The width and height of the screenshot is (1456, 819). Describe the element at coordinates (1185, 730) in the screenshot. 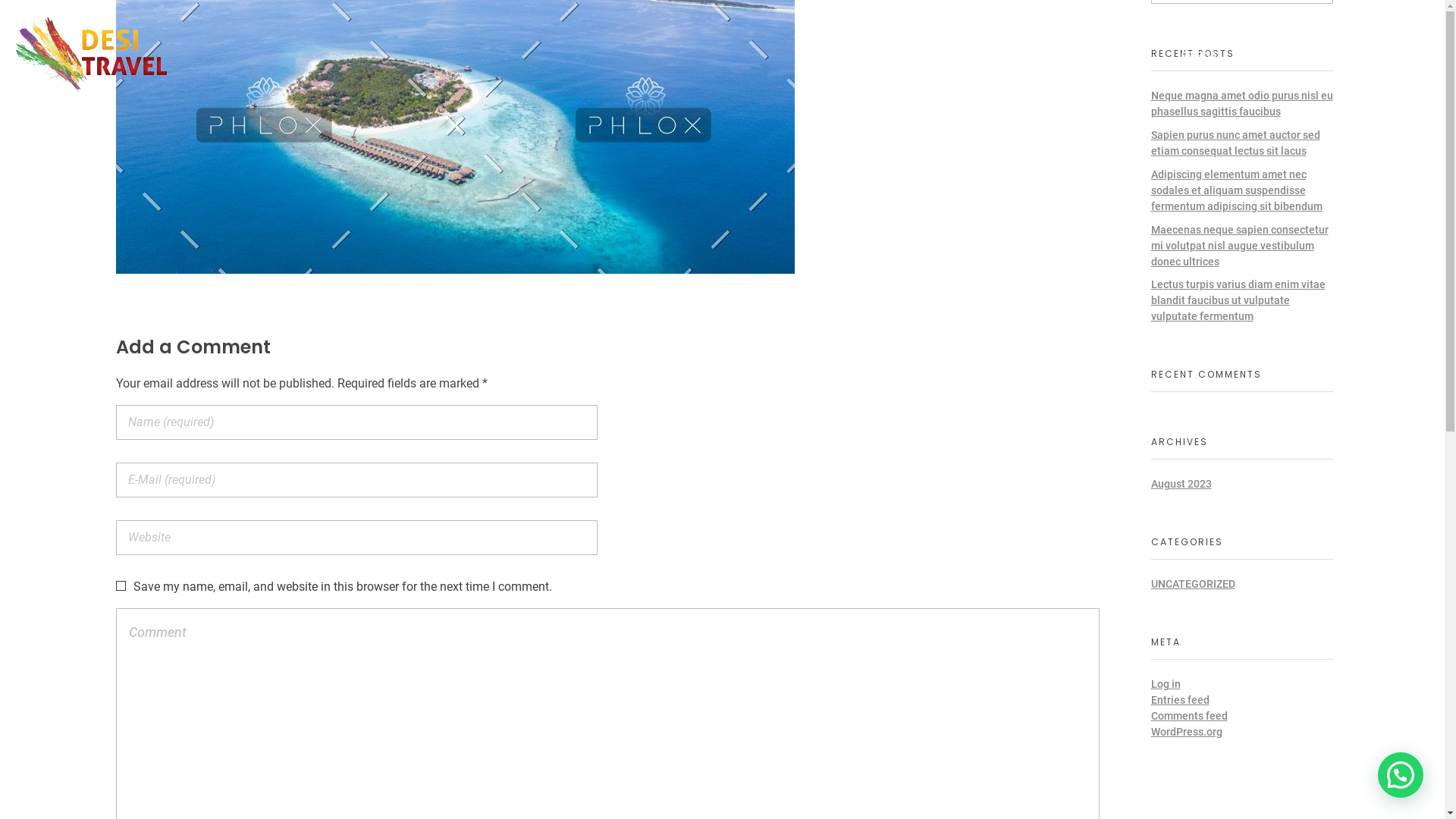

I see `'WordPress.org'` at that location.